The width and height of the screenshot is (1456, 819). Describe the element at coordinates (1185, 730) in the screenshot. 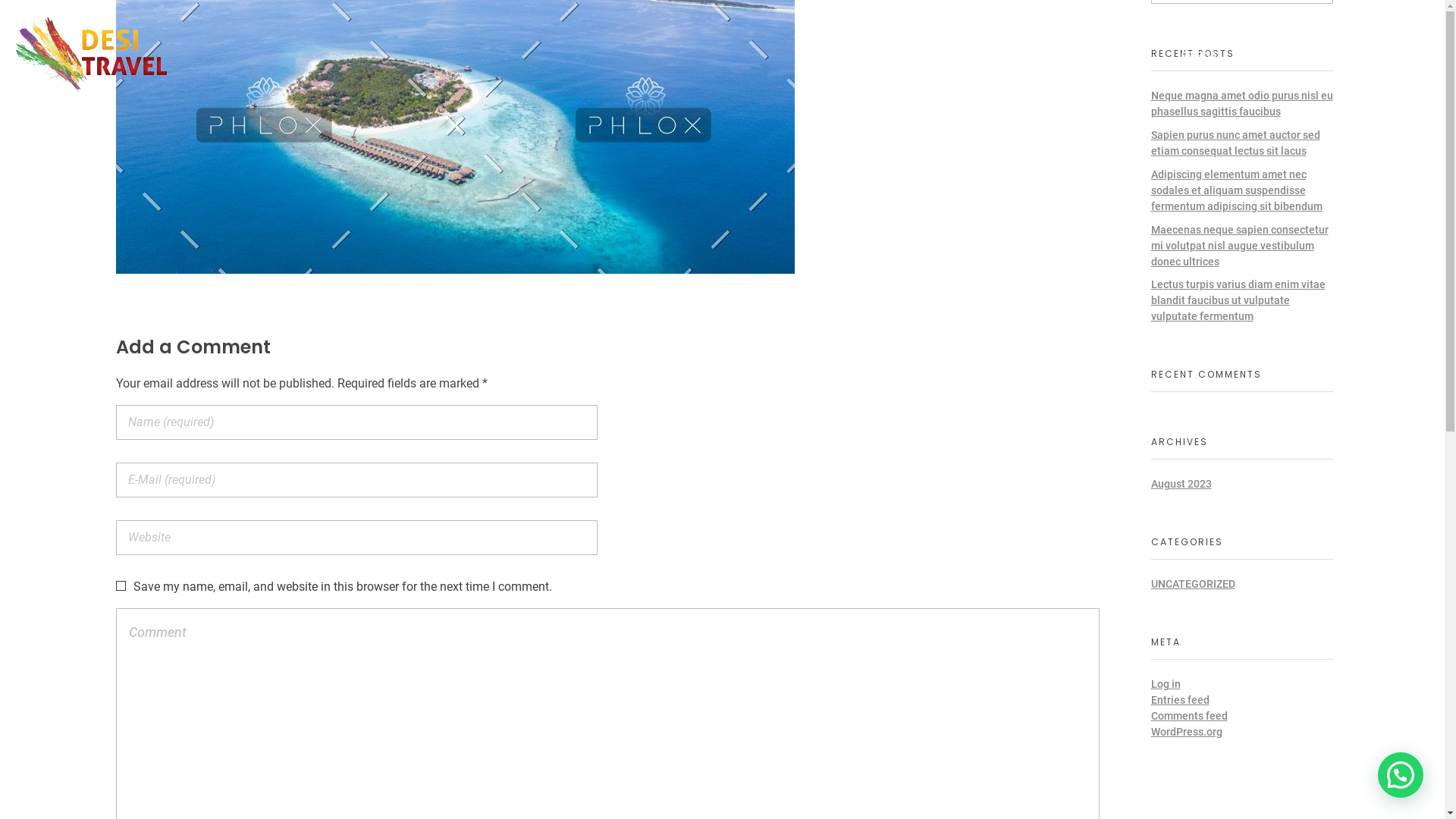

I see `'WordPress.org'` at that location.